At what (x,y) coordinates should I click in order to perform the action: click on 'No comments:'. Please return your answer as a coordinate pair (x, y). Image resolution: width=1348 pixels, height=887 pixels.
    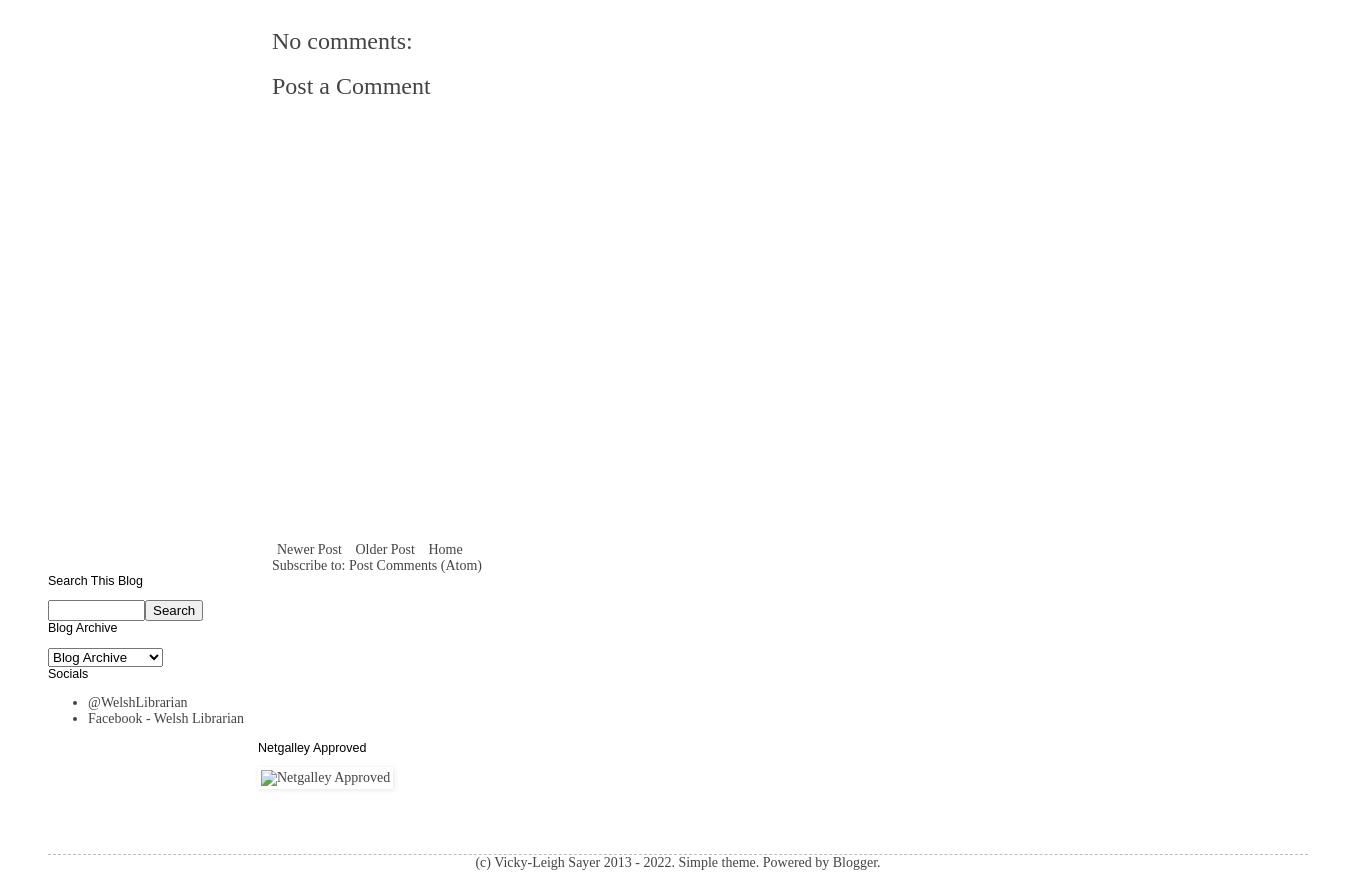
    Looking at the image, I should click on (340, 40).